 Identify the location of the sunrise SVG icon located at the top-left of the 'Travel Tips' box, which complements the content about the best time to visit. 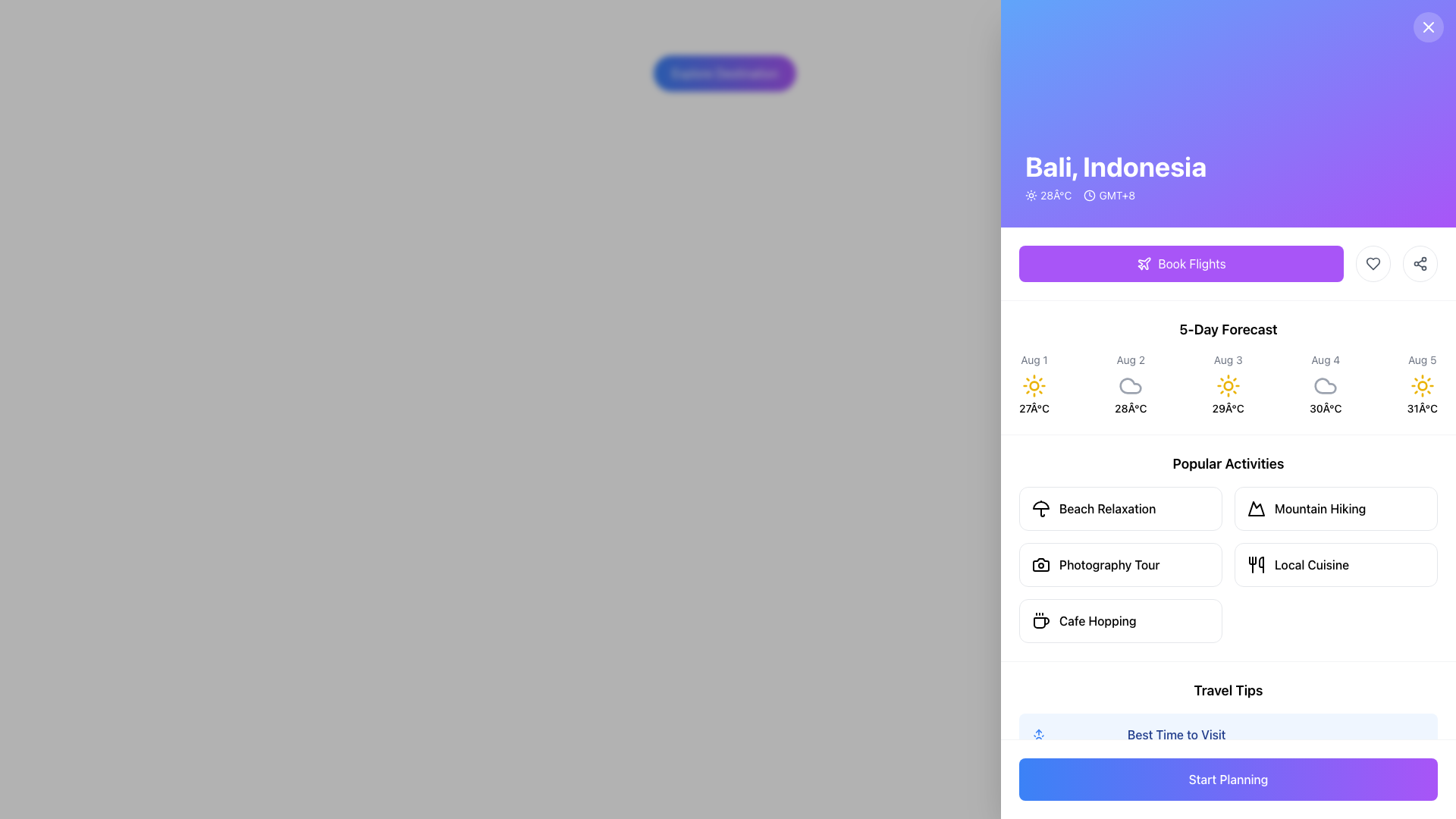
(1037, 736).